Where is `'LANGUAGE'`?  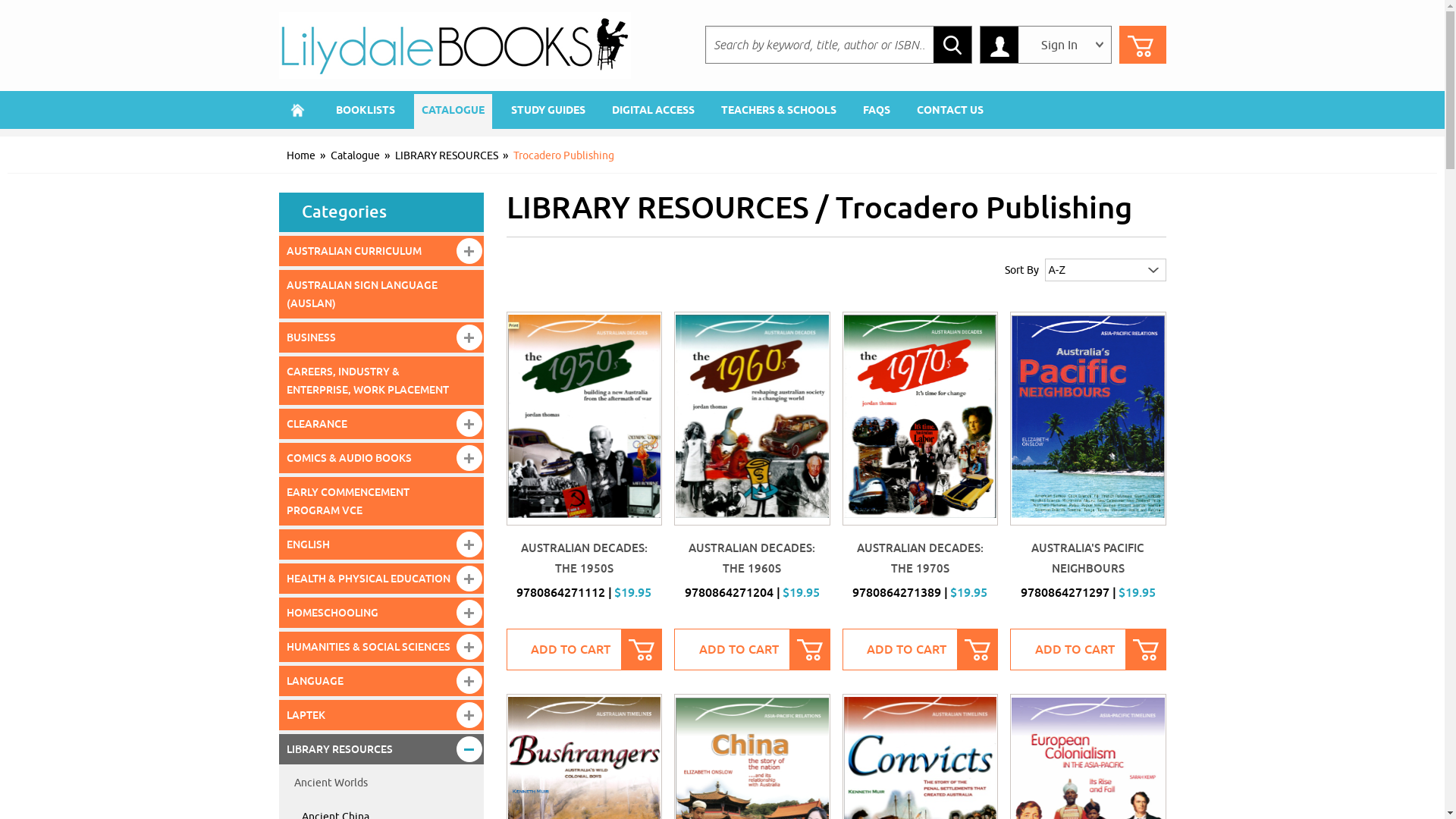 'LANGUAGE' is located at coordinates (279, 680).